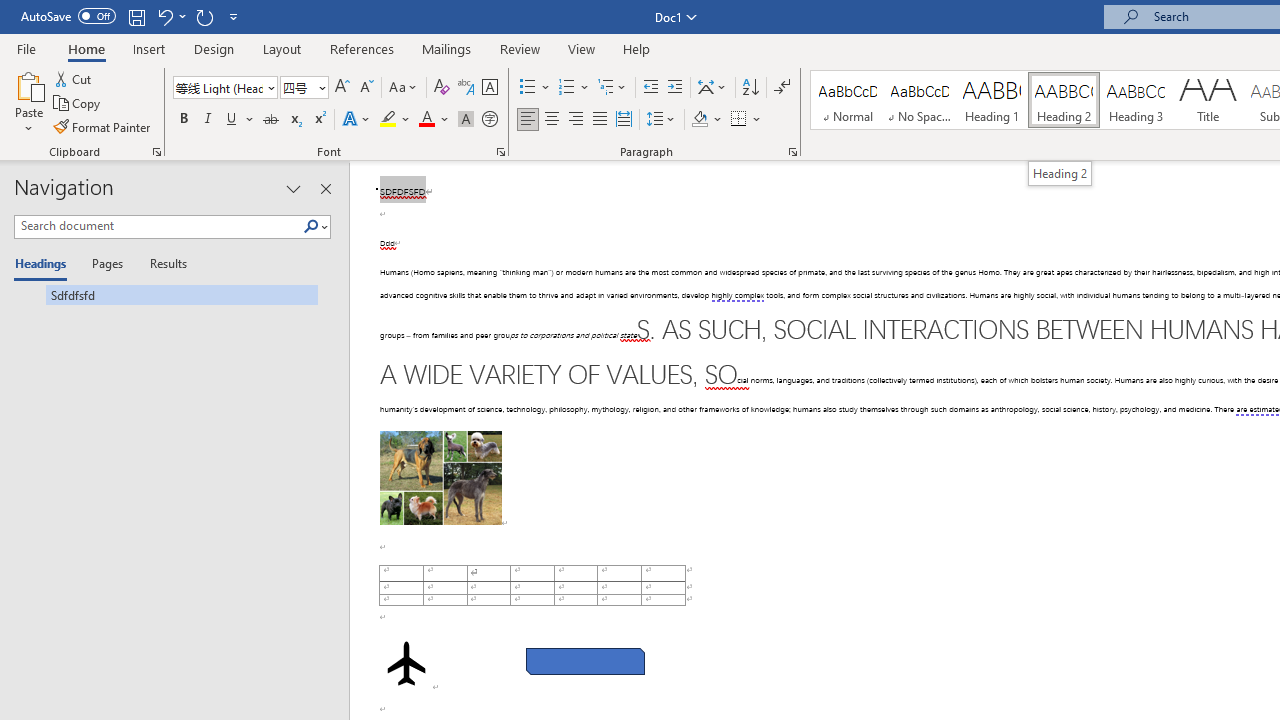  I want to click on 'Copy', so click(78, 103).